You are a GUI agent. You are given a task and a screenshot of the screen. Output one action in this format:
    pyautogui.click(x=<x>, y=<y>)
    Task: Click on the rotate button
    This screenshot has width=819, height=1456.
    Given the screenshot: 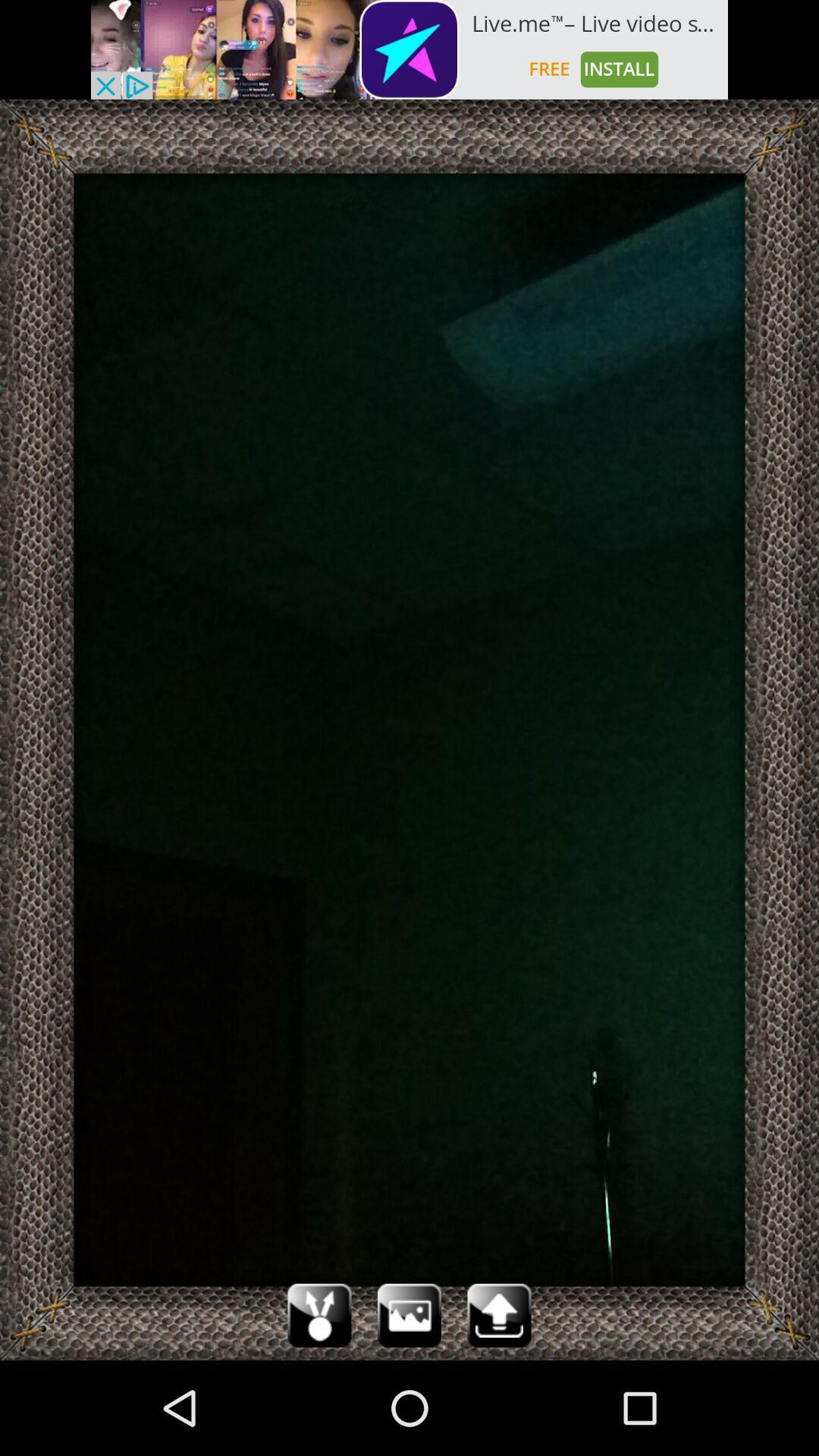 What is the action you would take?
    pyautogui.click(x=318, y=1314)
    